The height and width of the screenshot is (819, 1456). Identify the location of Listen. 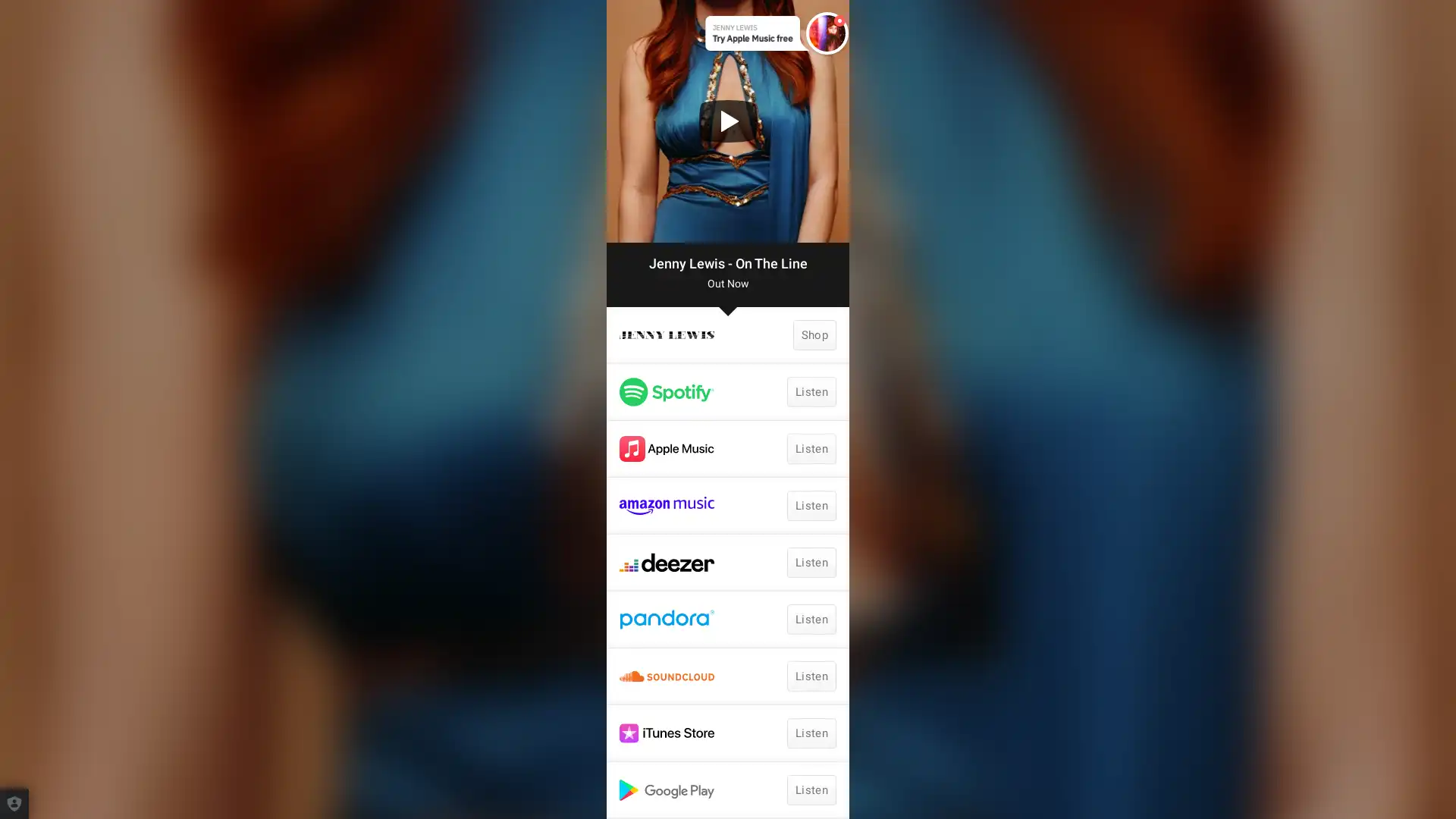
(811, 562).